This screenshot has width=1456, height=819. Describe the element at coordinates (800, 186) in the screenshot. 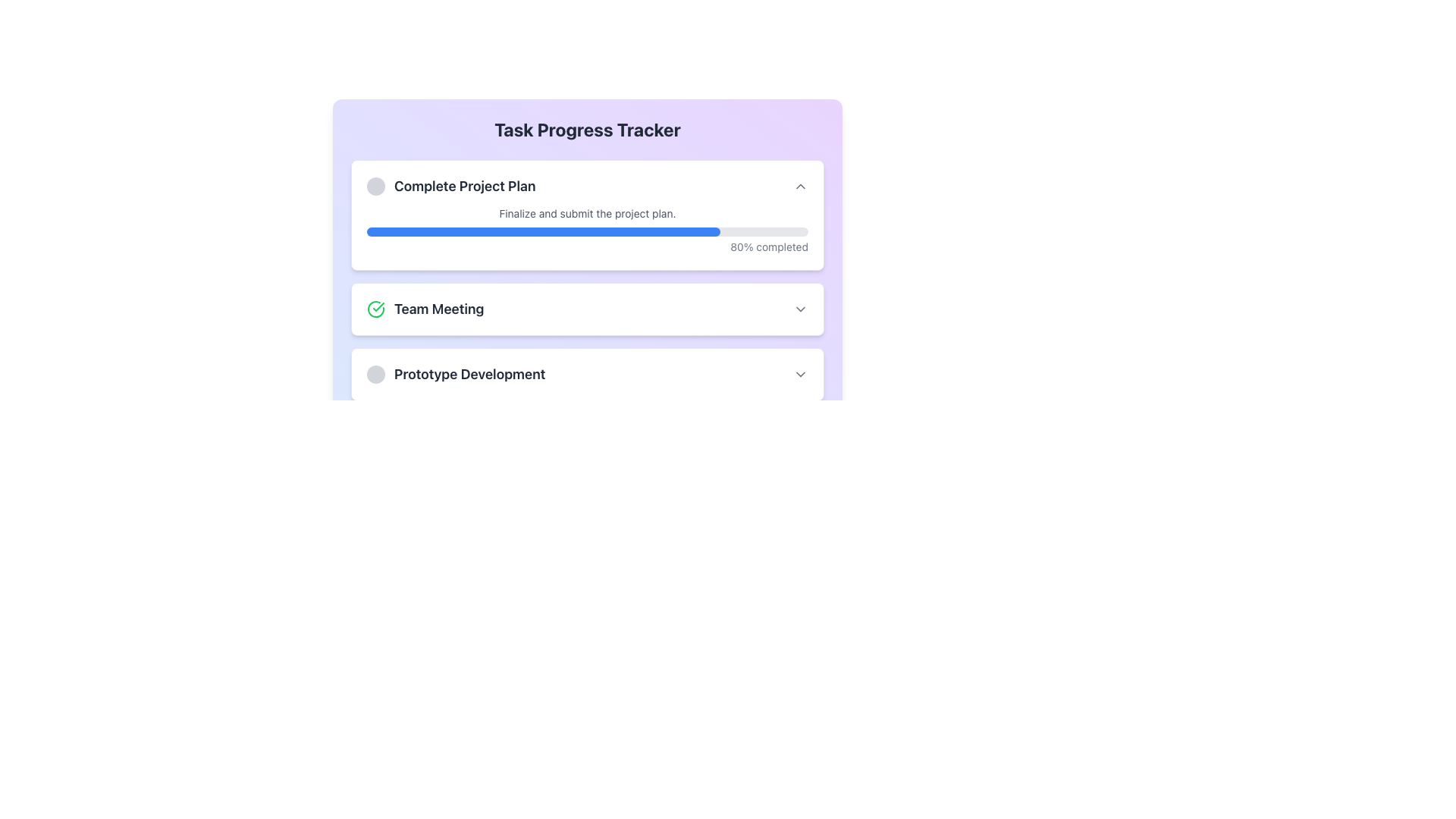

I see `the toggle button located to the far right of the 'Complete Project Plan' text` at that location.